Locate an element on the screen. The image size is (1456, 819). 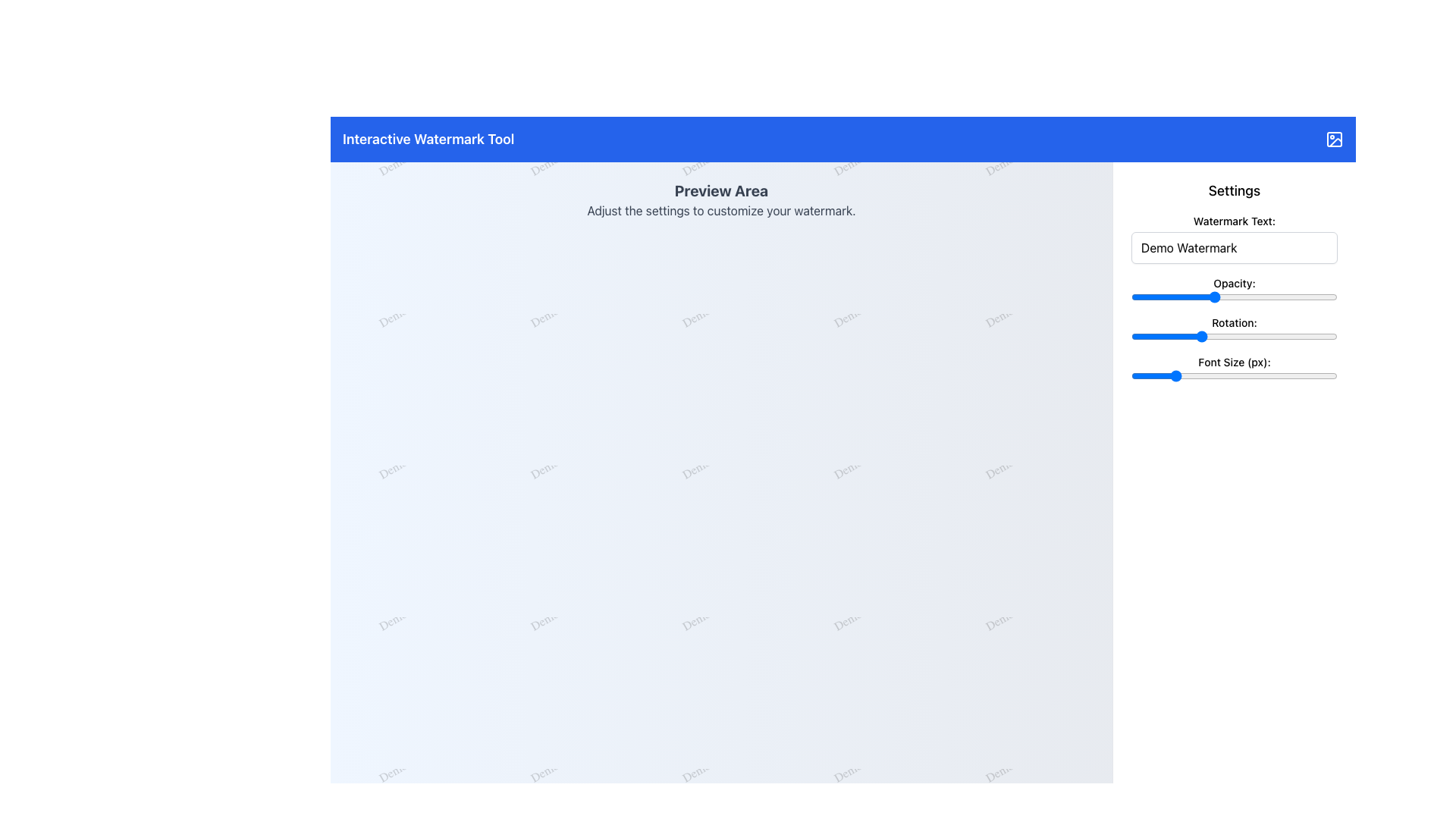
the rotation value of the slider is located at coordinates (1194, 335).